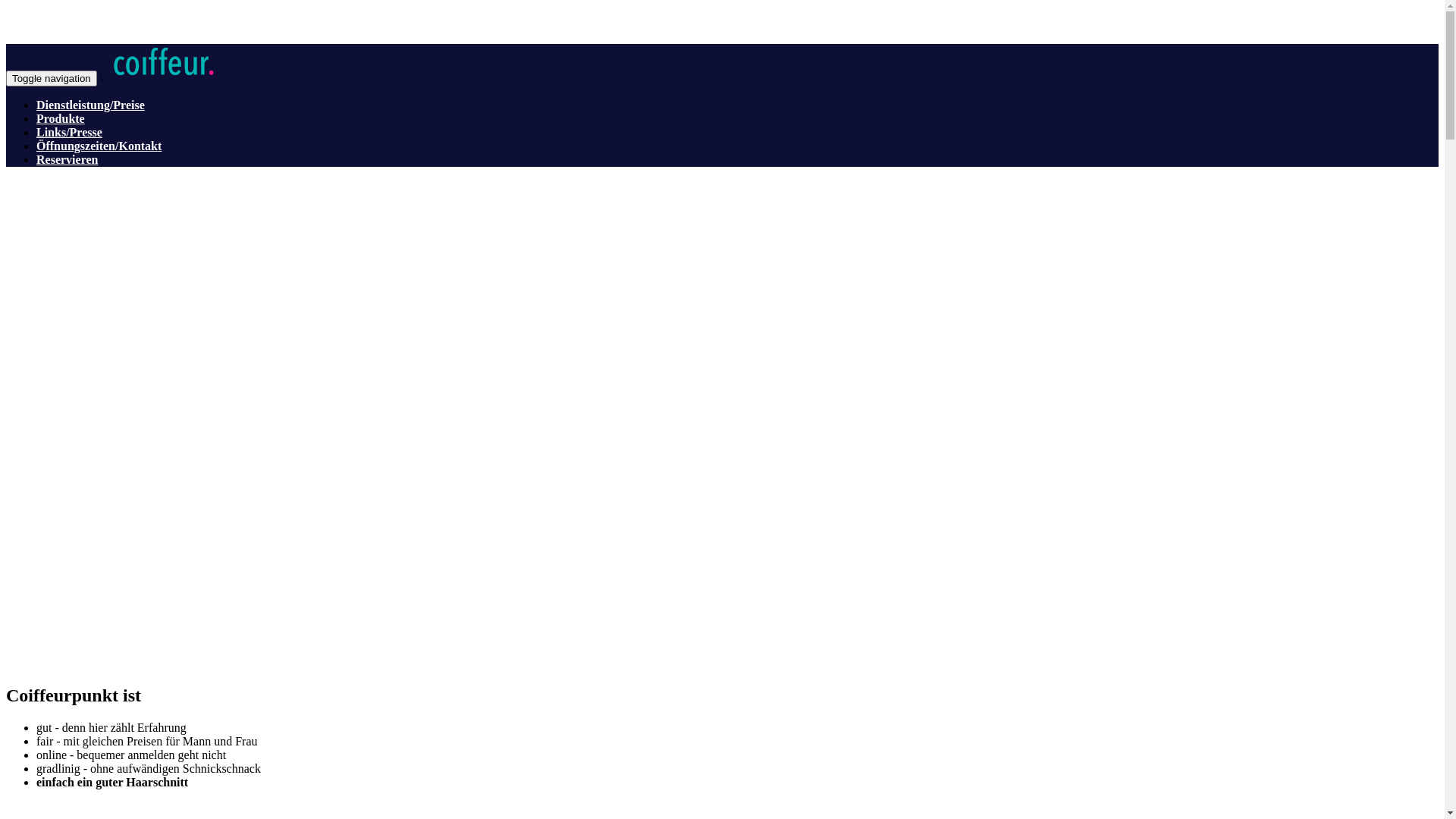  What do you see at coordinates (36, 131) in the screenshot?
I see `'Links/Presse'` at bounding box center [36, 131].